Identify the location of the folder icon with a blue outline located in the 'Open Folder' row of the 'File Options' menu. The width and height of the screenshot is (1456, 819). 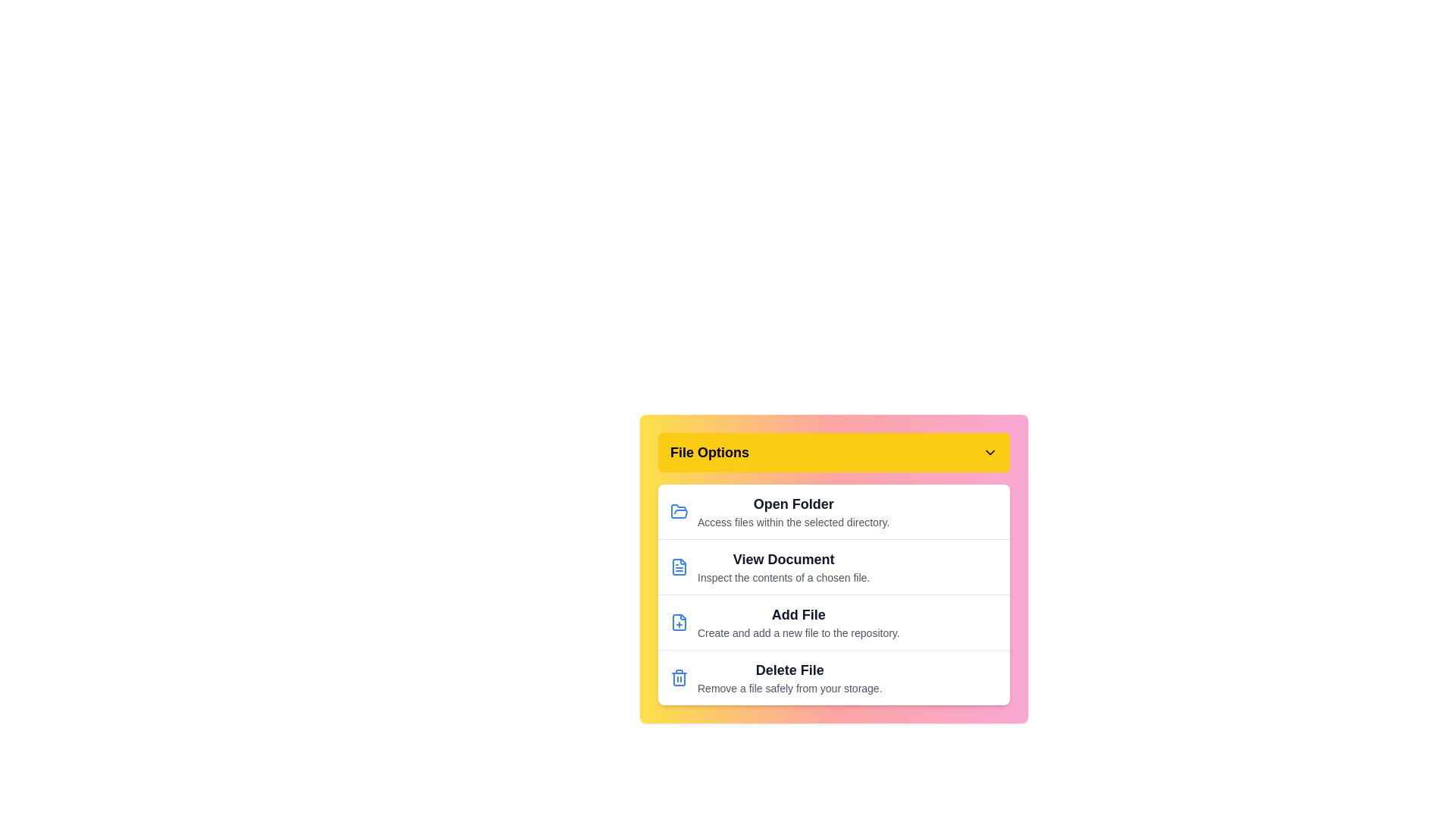
(679, 511).